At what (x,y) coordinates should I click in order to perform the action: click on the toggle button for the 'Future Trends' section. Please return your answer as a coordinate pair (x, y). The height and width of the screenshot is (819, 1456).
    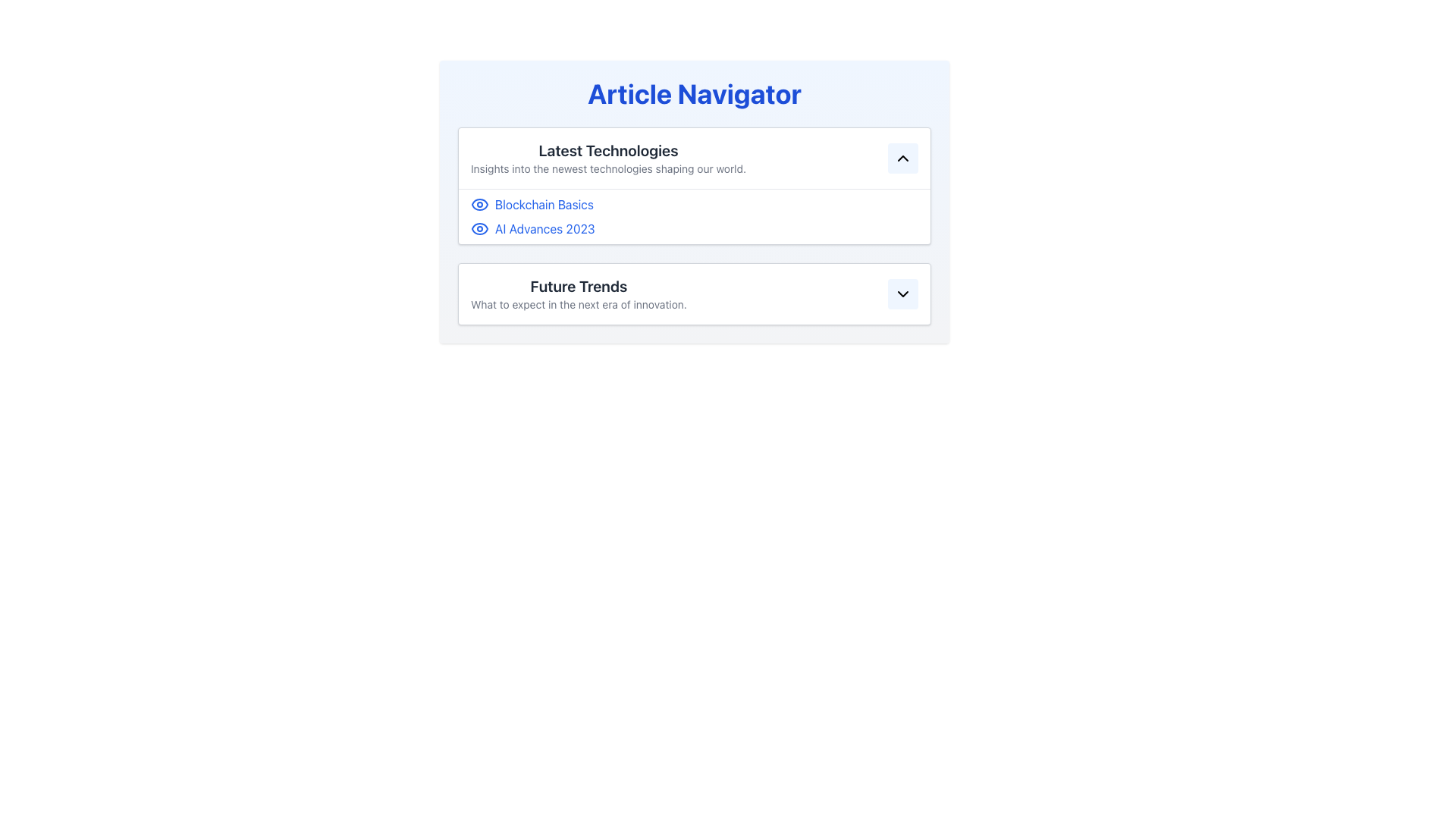
    Looking at the image, I should click on (902, 294).